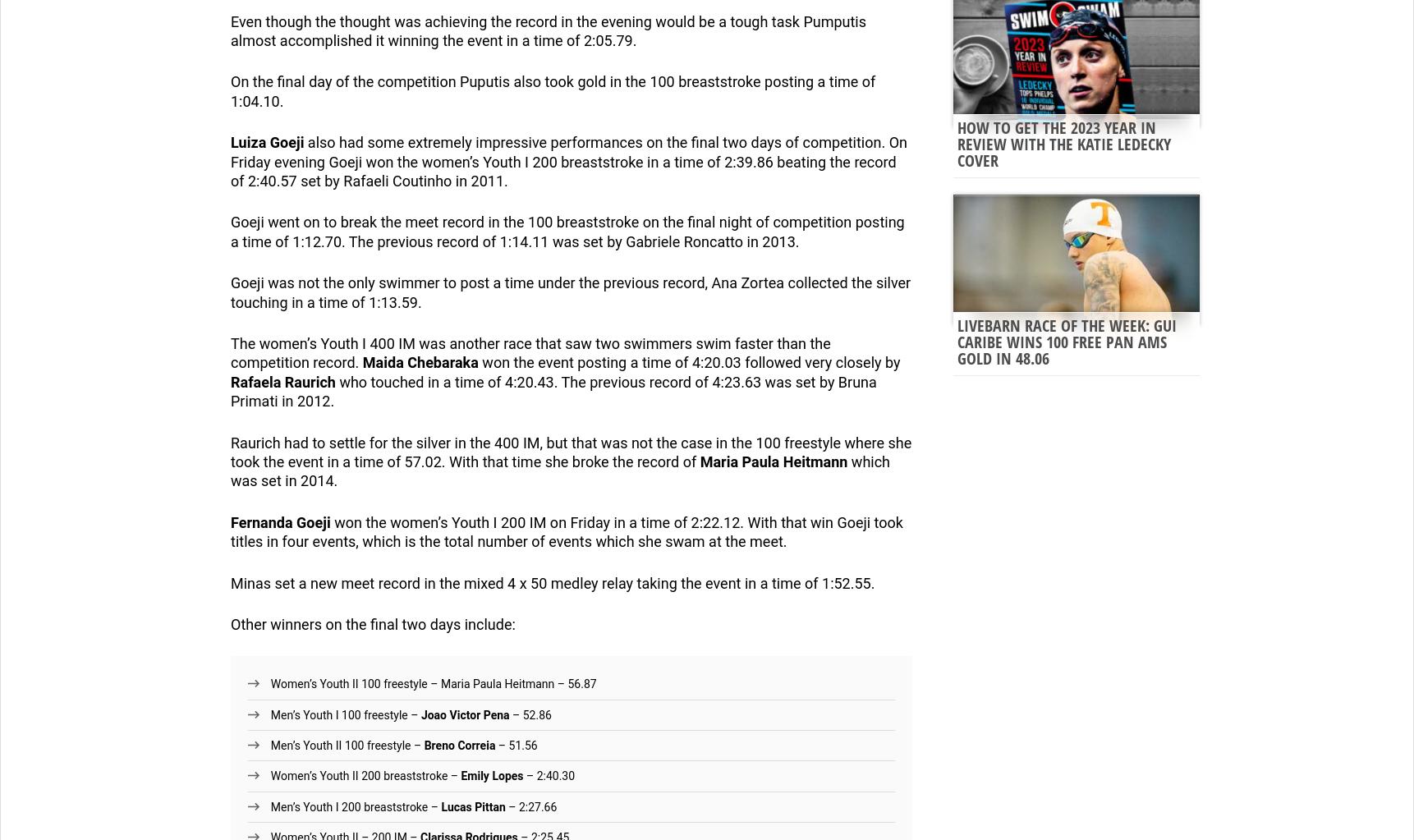  What do you see at coordinates (458, 745) in the screenshot?
I see `'Breno Correia'` at bounding box center [458, 745].